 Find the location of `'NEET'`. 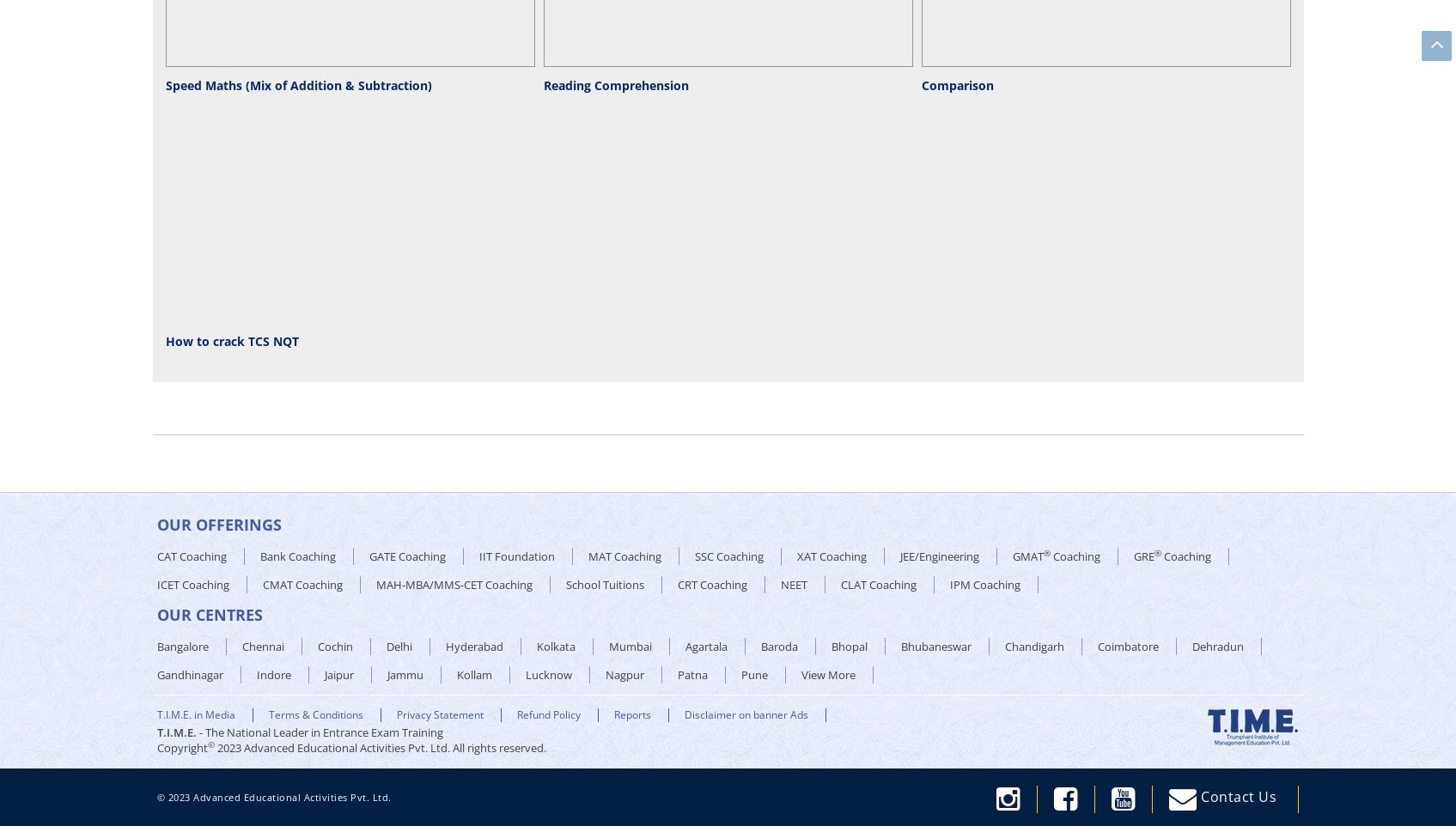

'NEET' is located at coordinates (793, 583).